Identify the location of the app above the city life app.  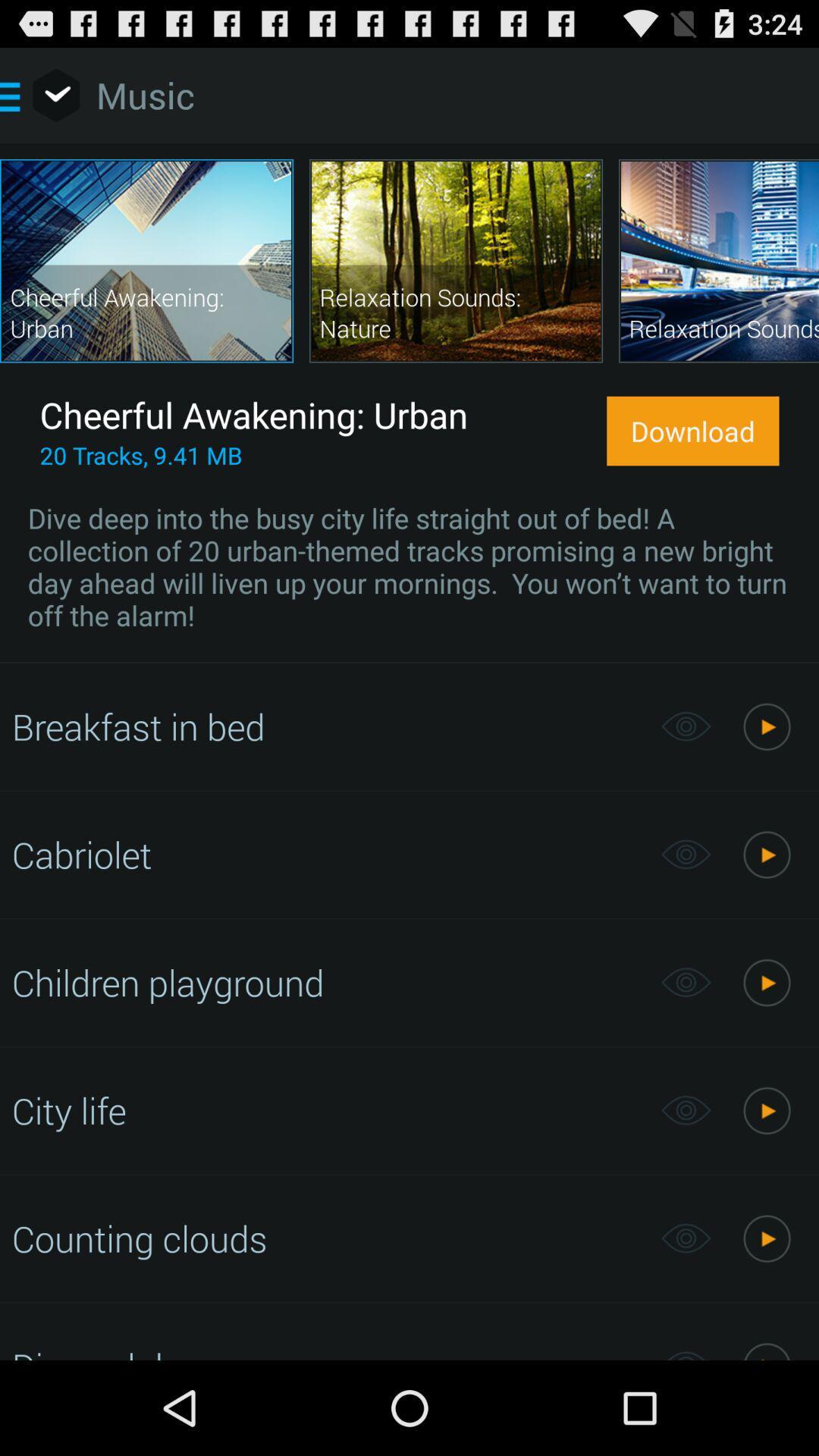
(328, 982).